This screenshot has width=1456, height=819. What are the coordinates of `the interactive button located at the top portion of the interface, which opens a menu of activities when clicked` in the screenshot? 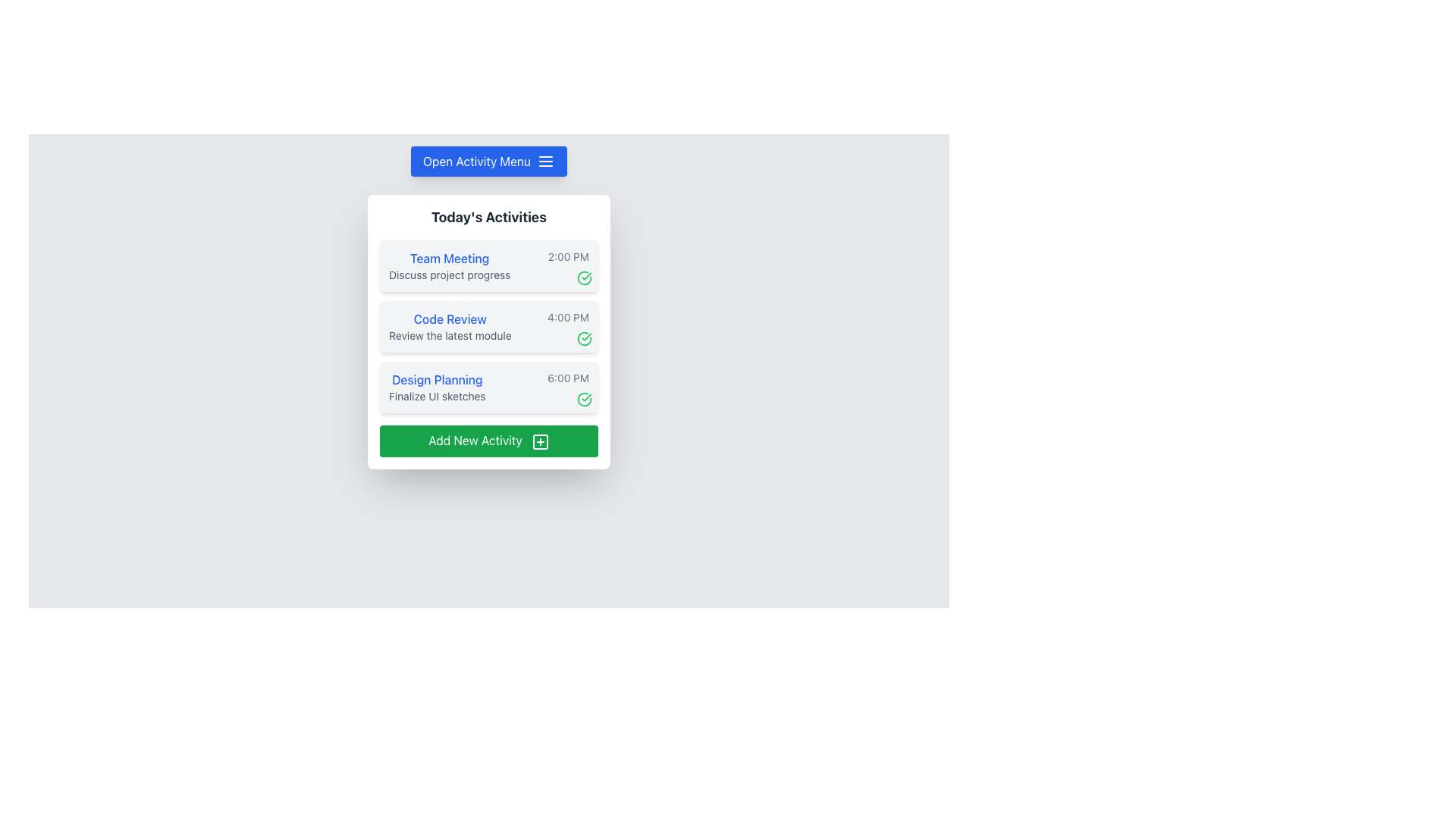 It's located at (488, 161).